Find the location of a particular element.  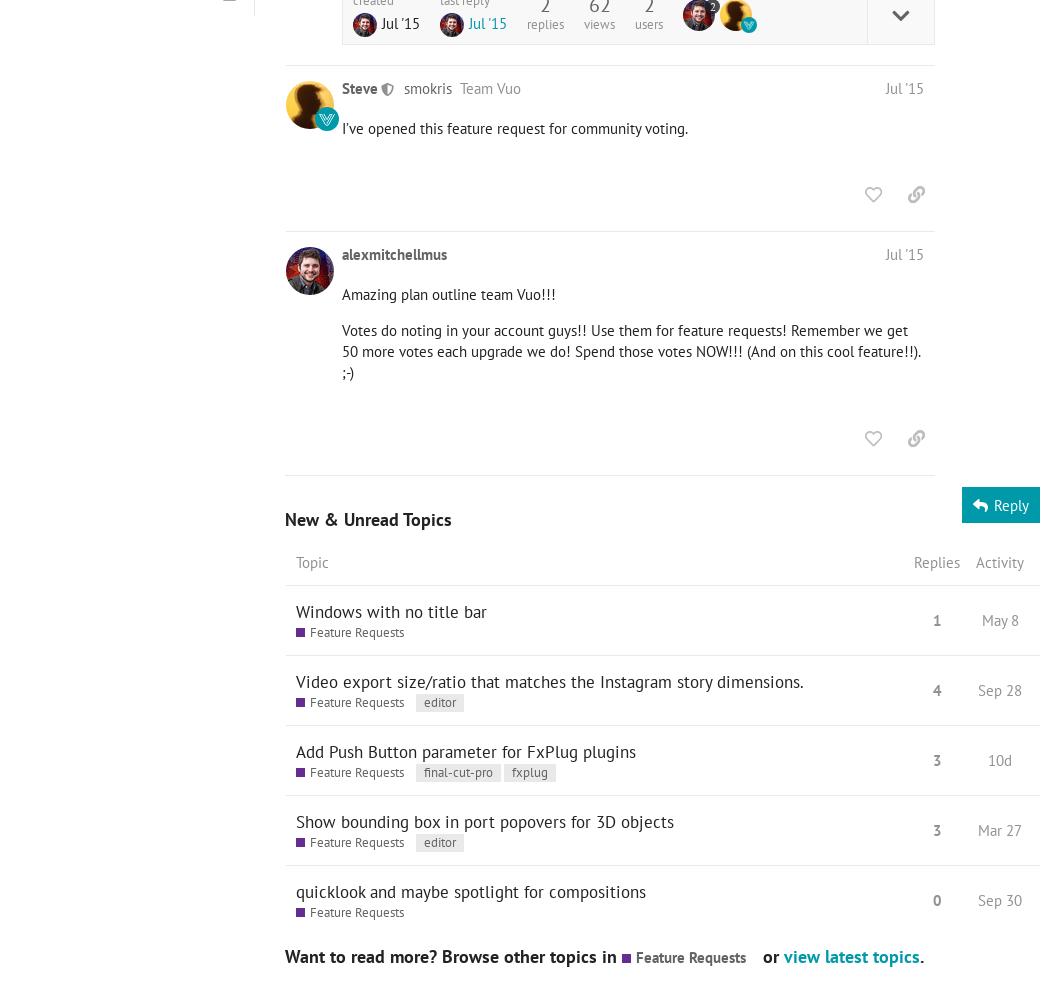

'alexmitchellmus' is located at coordinates (394, 253).